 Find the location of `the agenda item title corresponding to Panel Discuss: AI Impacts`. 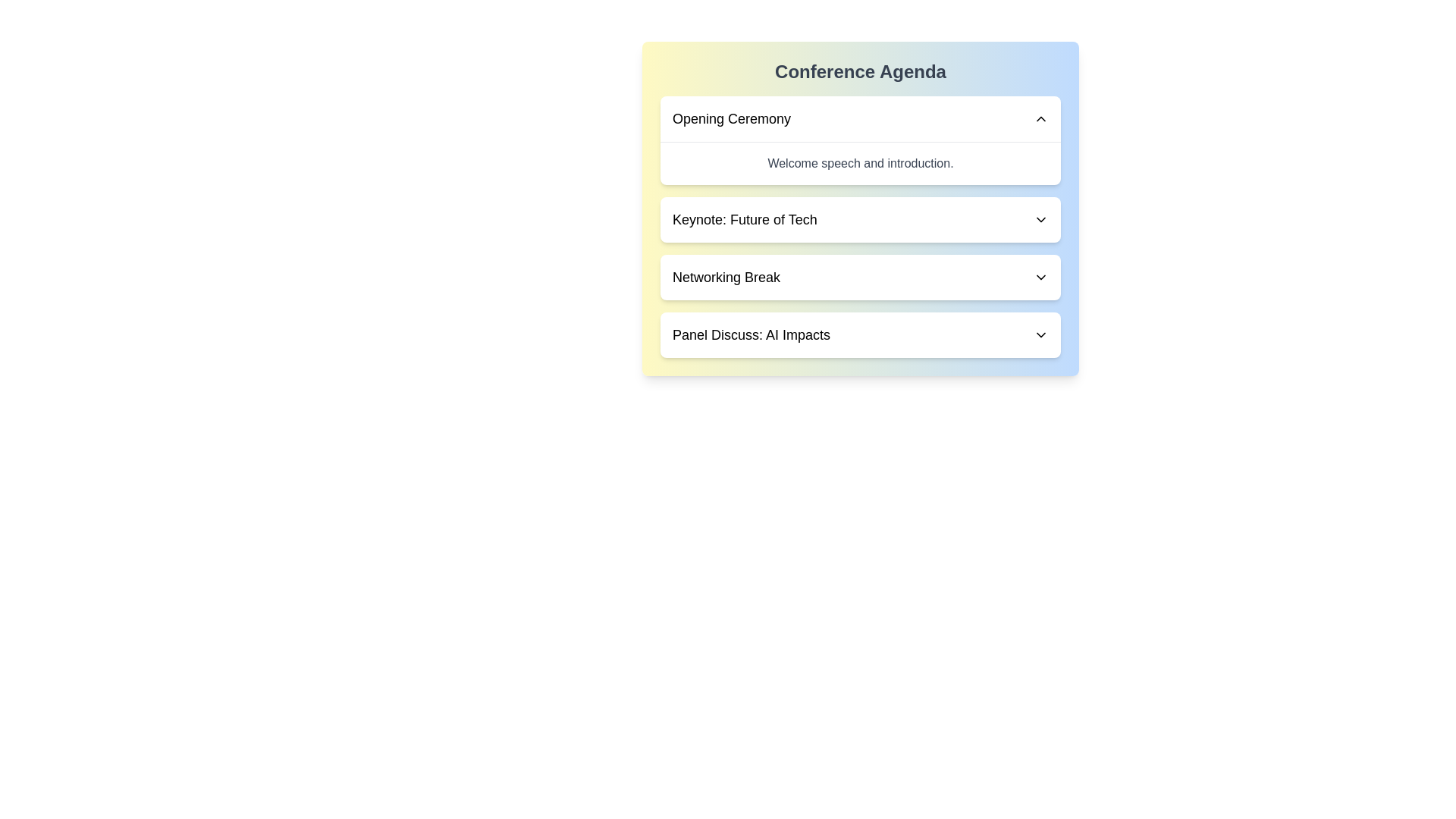

the agenda item title corresponding to Panel Discuss: AI Impacts is located at coordinates (751, 334).